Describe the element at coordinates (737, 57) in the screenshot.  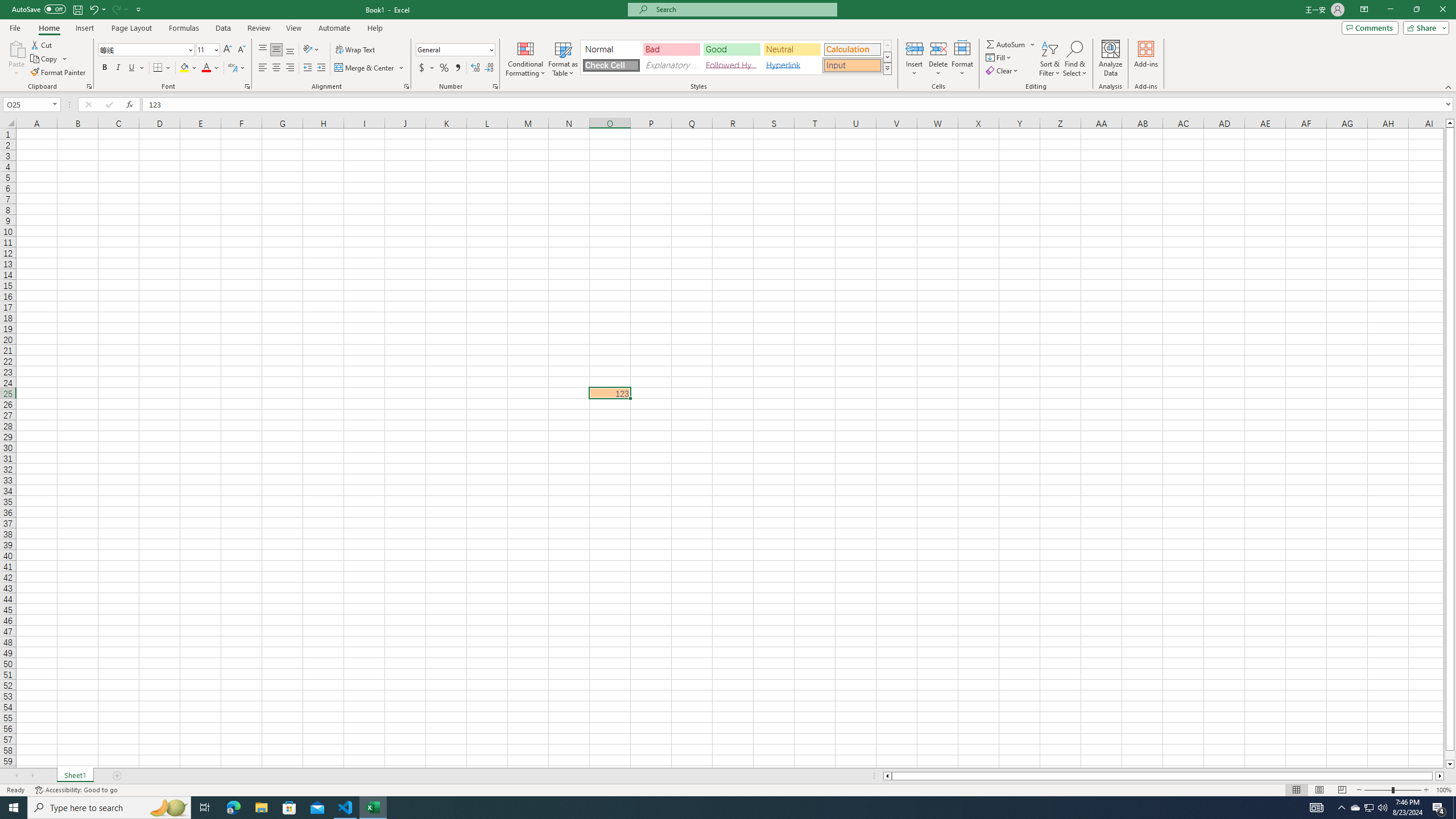
I see `'AutomationID: CellStylesGallery'` at that location.